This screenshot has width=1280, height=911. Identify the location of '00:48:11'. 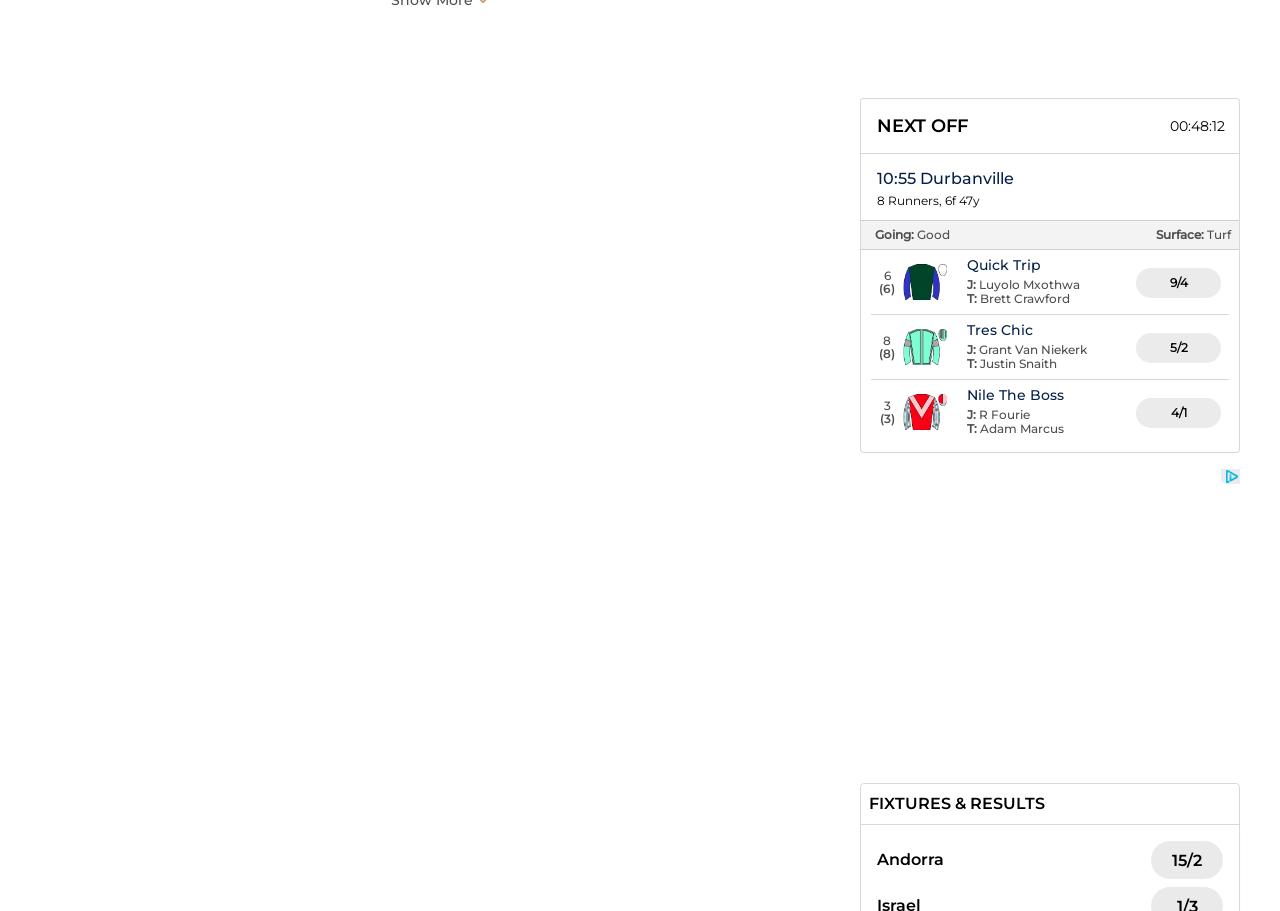
(1196, 124).